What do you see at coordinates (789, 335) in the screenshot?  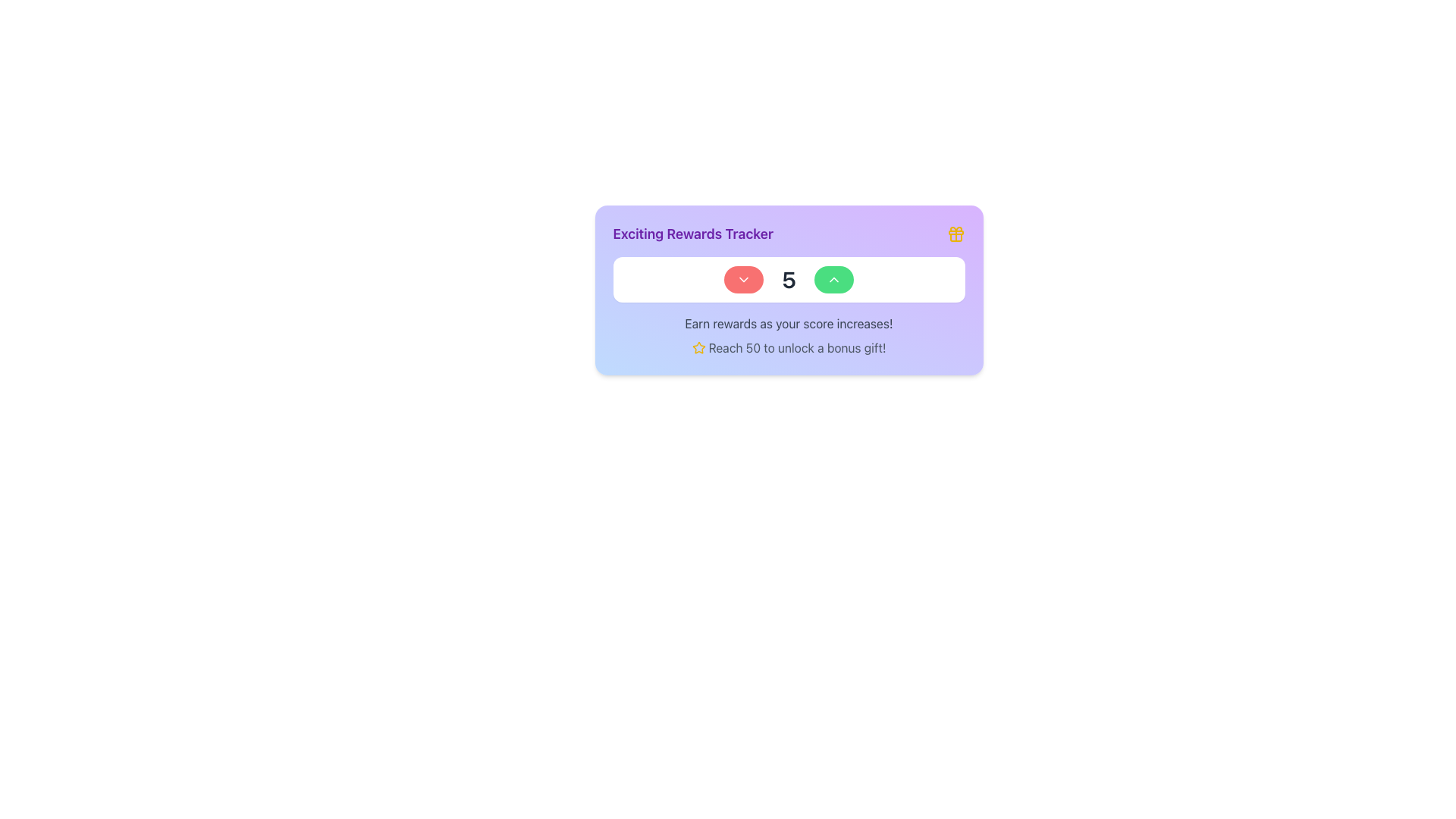 I see `the text section that displays 'Earn rewards as your score increases!' and 'Reach 50 to unlock a bonus gift!' within the card interface` at bounding box center [789, 335].